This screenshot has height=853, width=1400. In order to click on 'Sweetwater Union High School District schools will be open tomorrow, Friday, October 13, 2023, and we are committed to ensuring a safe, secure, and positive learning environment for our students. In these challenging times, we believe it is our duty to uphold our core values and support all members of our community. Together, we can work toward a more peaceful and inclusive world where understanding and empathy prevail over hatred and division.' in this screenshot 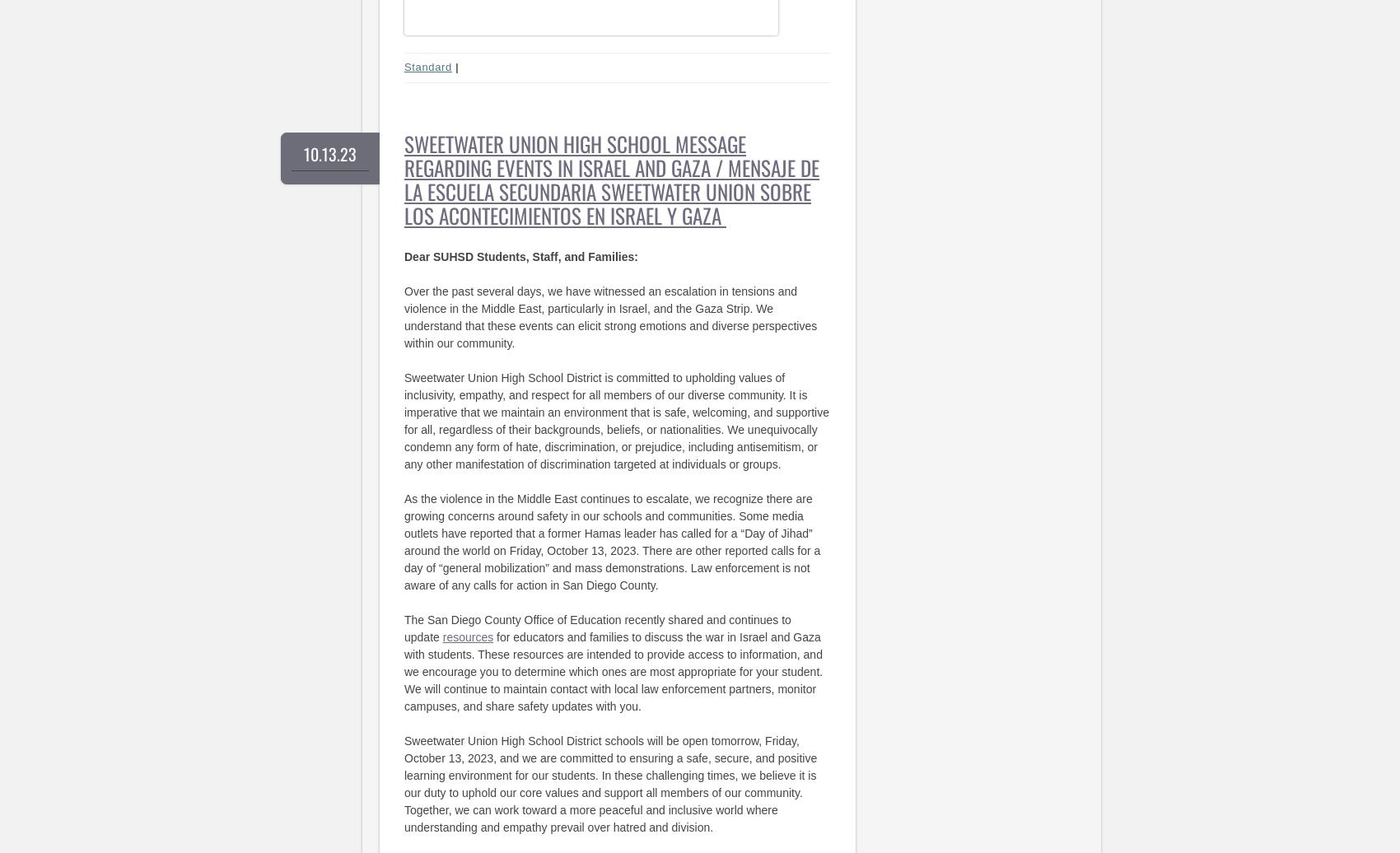, I will do `click(610, 783)`.